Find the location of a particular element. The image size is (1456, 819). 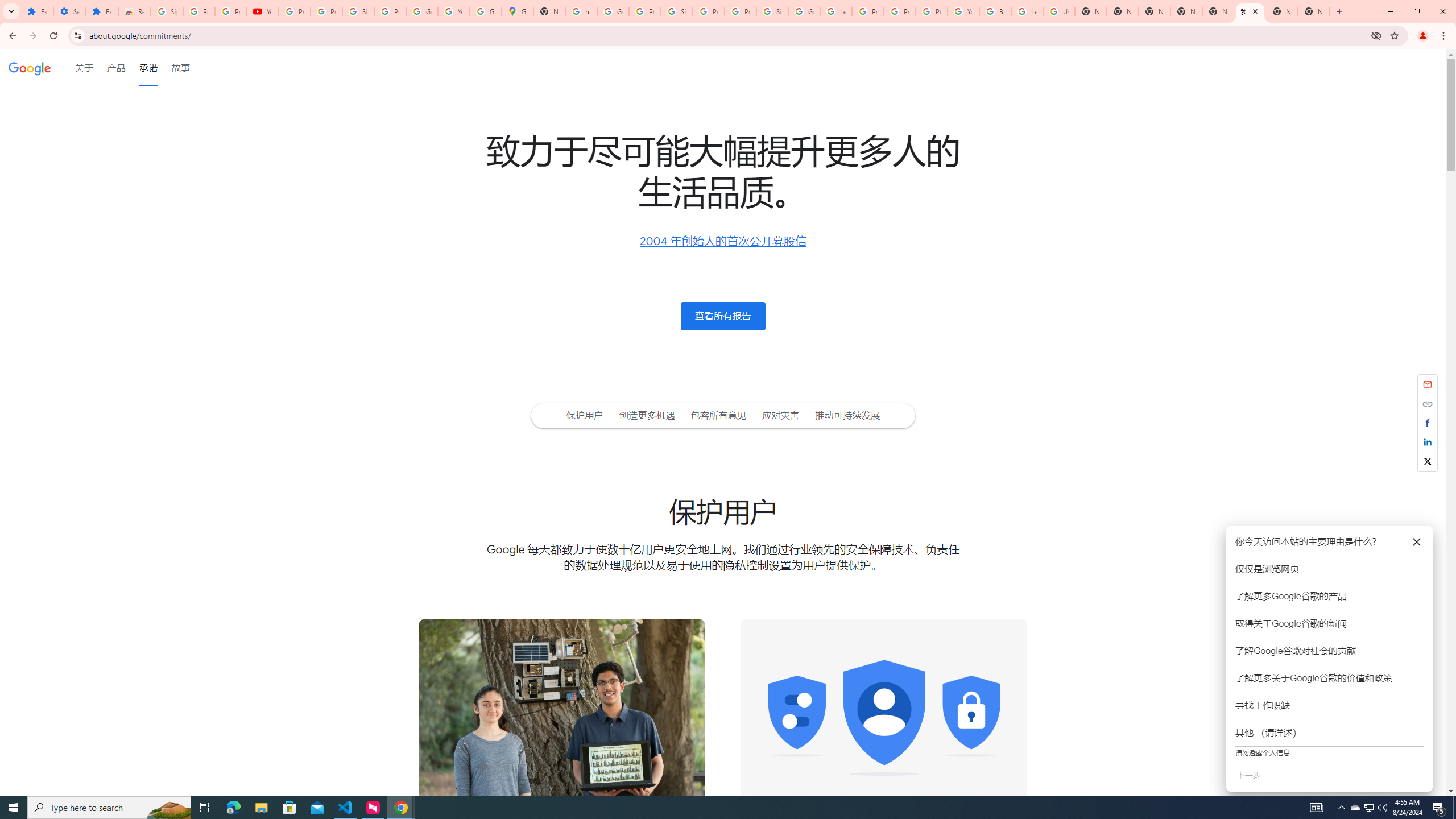

'Google Maps' is located at coordinates (517, 11).